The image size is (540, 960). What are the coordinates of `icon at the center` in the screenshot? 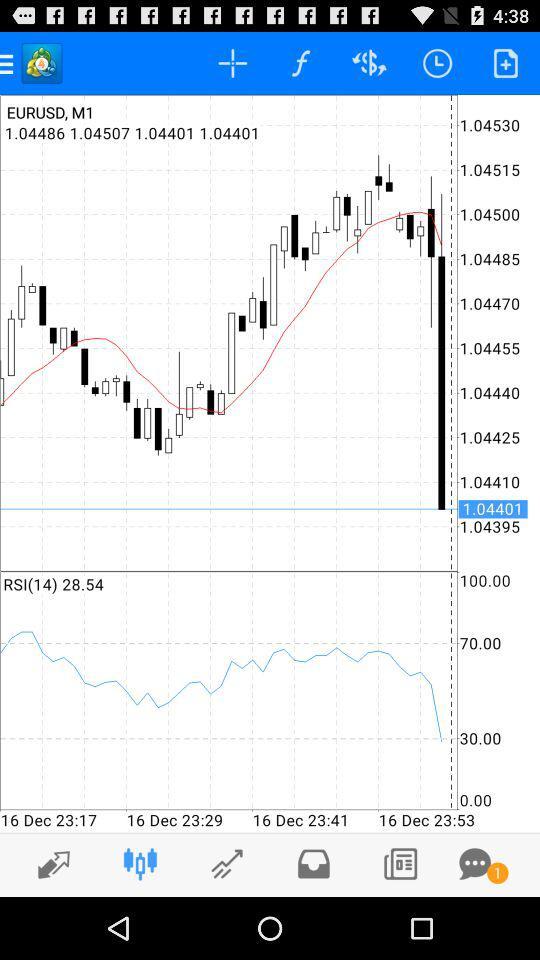 It's located at (270, 463).